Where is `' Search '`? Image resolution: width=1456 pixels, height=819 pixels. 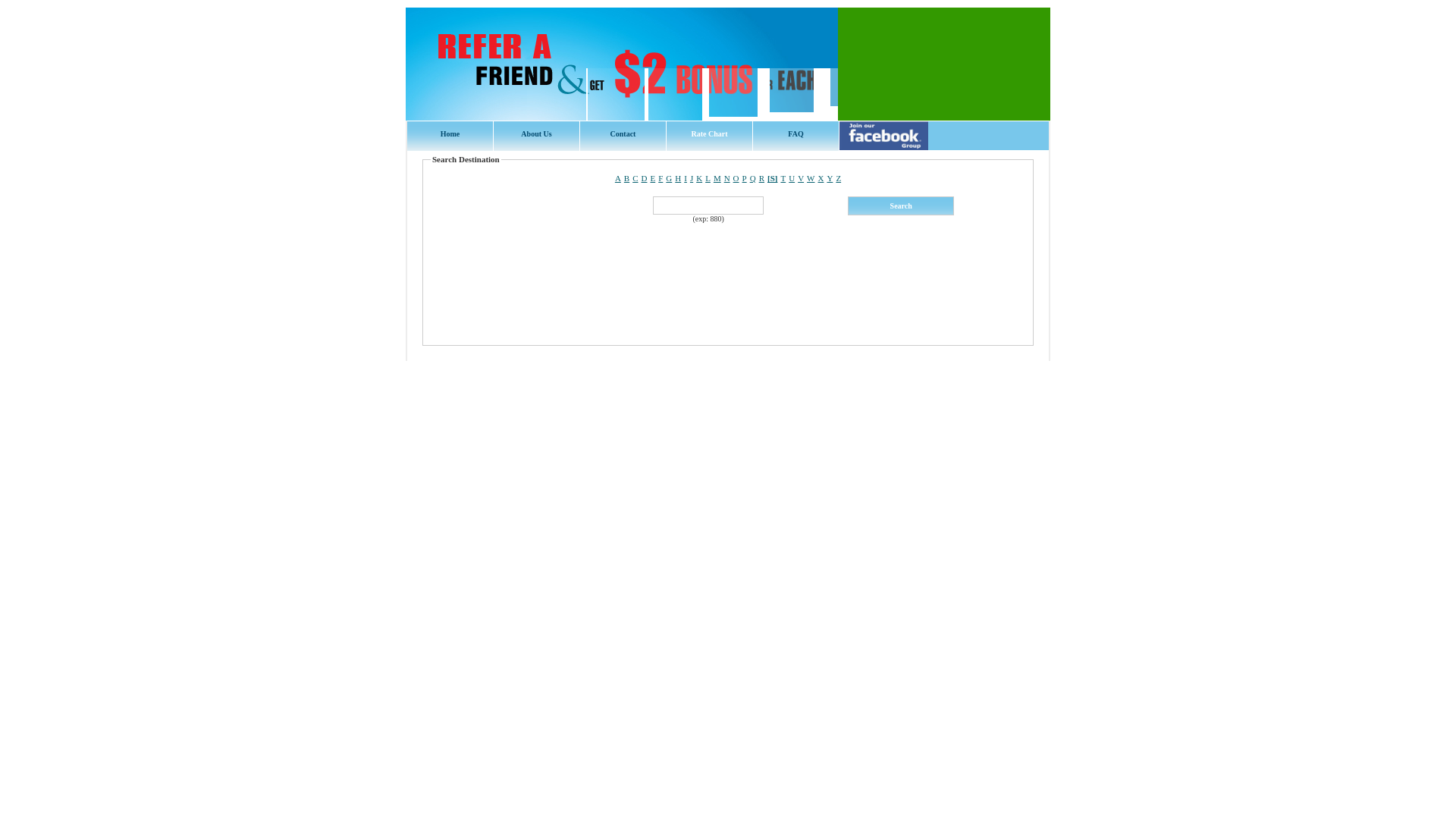 ' Search ' is located at coordinates (900, 206).